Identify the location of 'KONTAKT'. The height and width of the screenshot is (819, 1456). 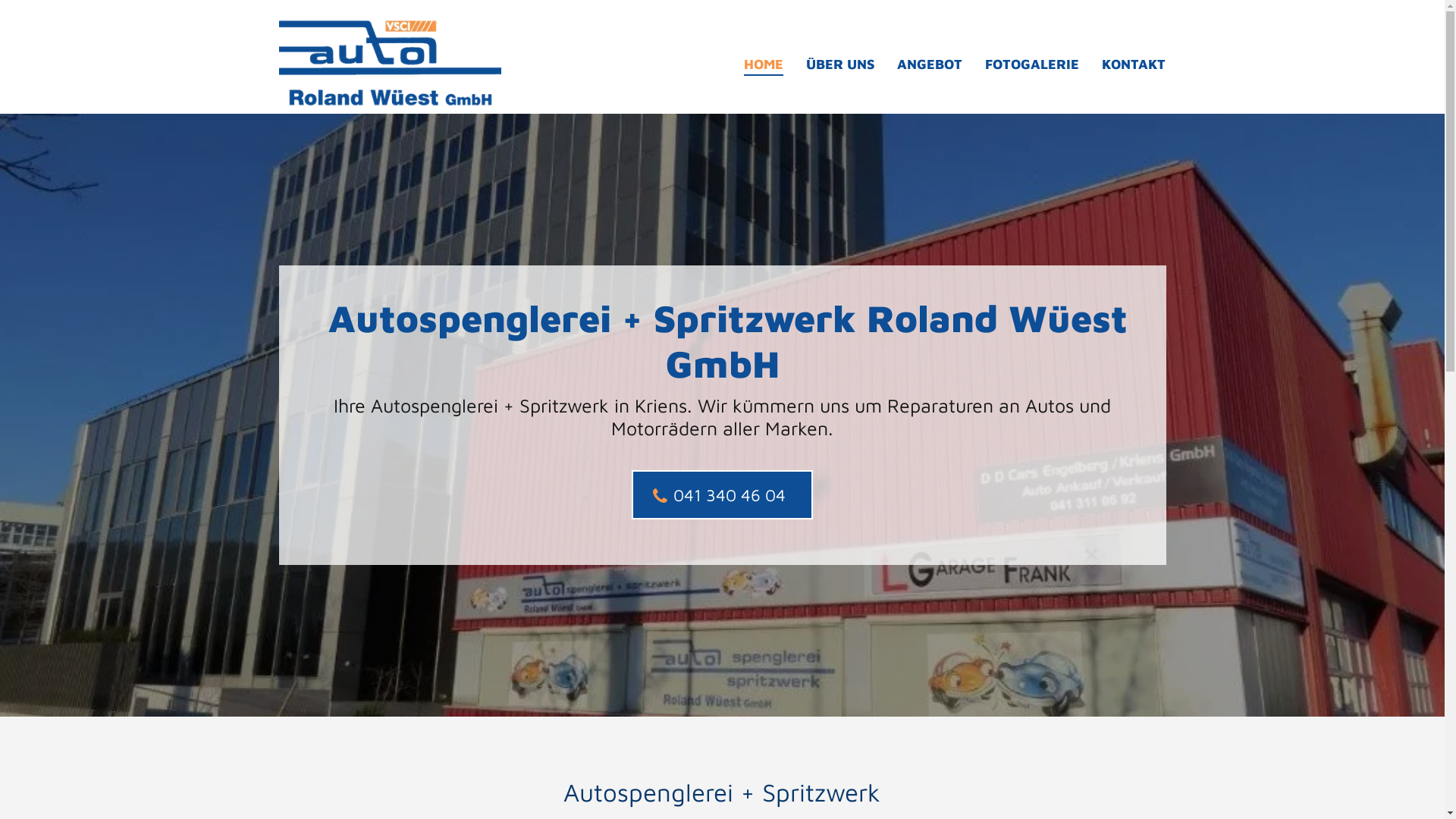
(1133, 60).